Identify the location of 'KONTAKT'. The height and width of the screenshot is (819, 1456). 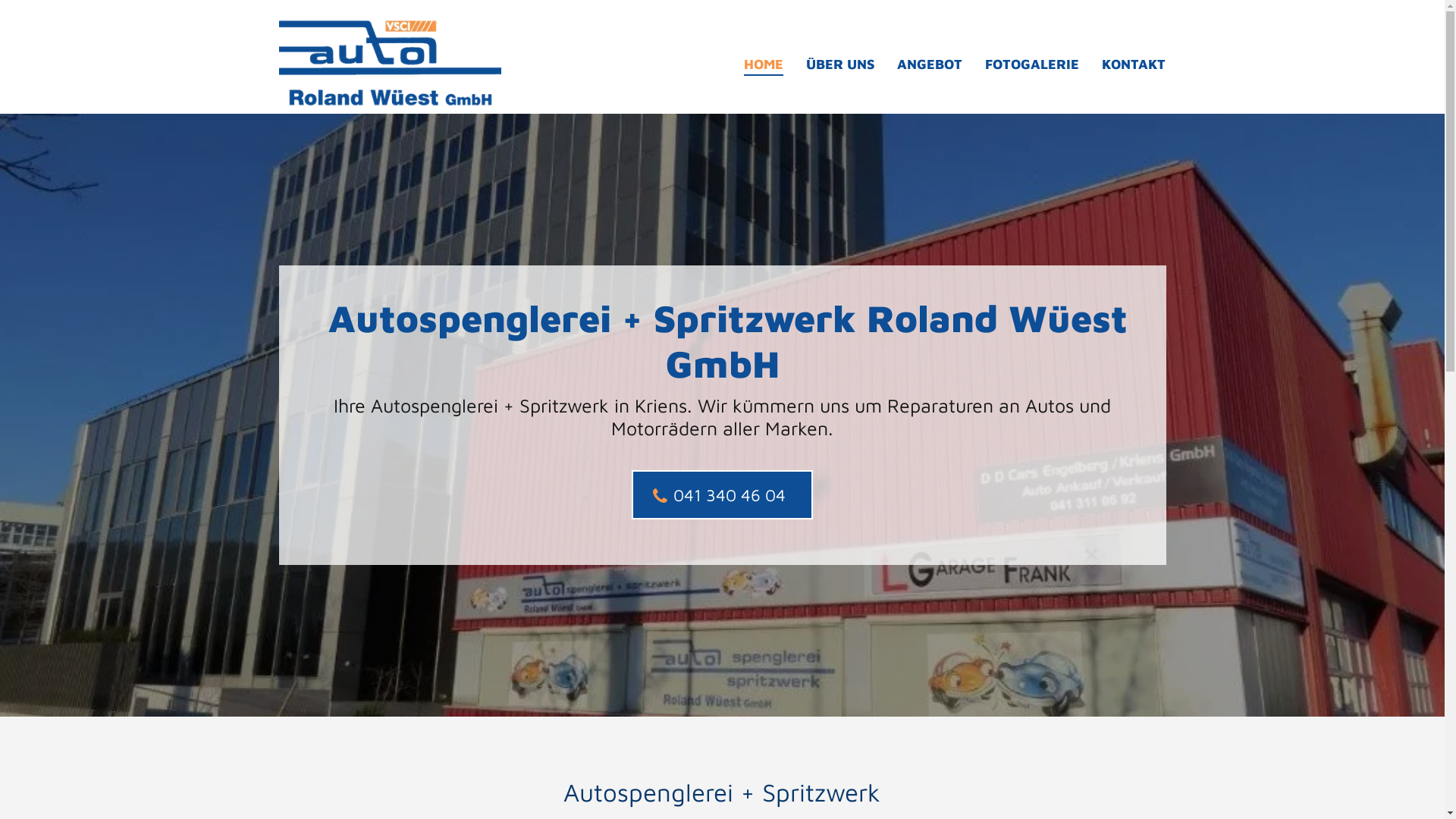
(1133, 60).